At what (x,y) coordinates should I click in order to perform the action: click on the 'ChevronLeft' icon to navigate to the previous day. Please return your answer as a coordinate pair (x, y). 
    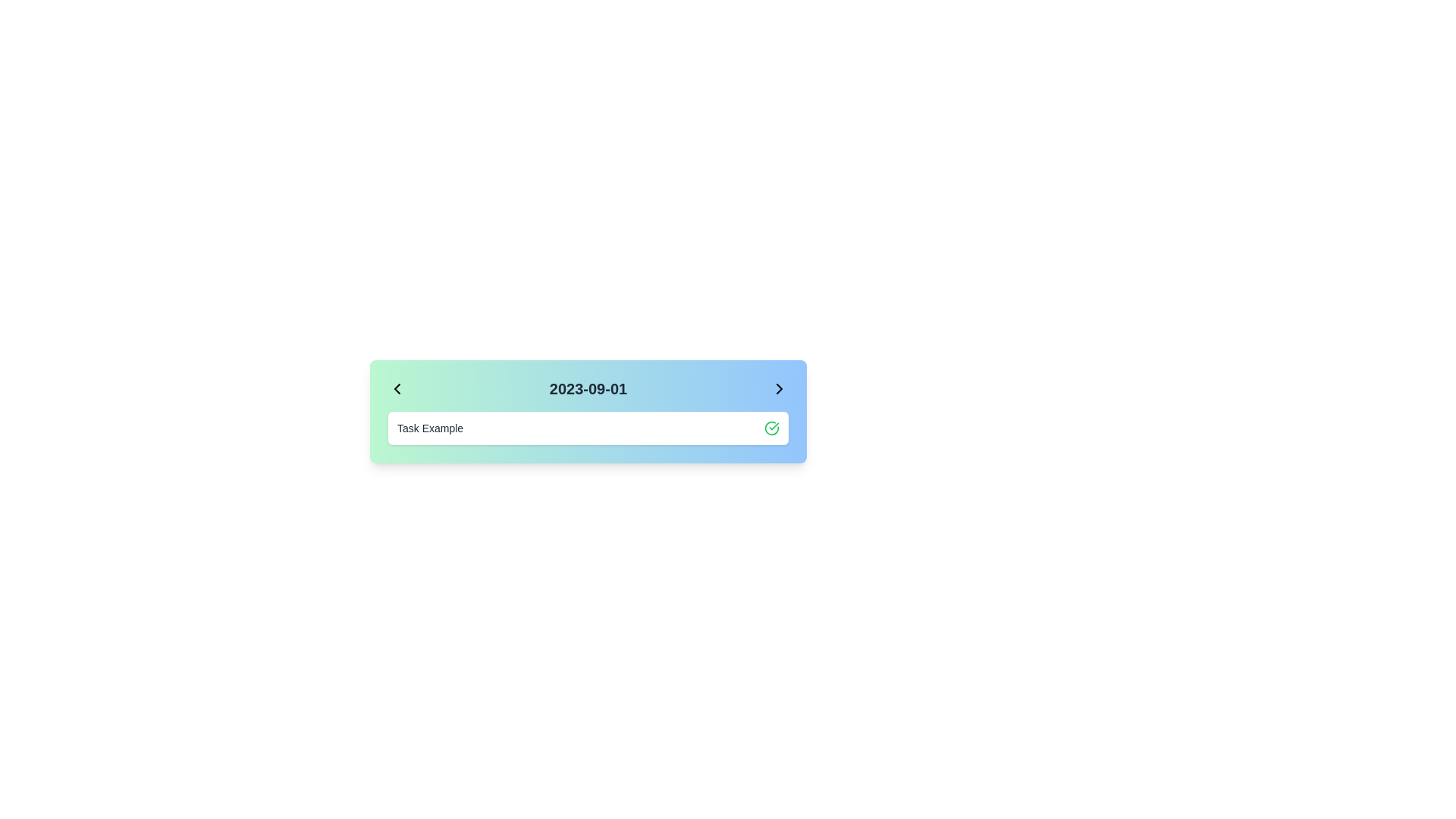
    Looking at the image, I should click on (397, 388).